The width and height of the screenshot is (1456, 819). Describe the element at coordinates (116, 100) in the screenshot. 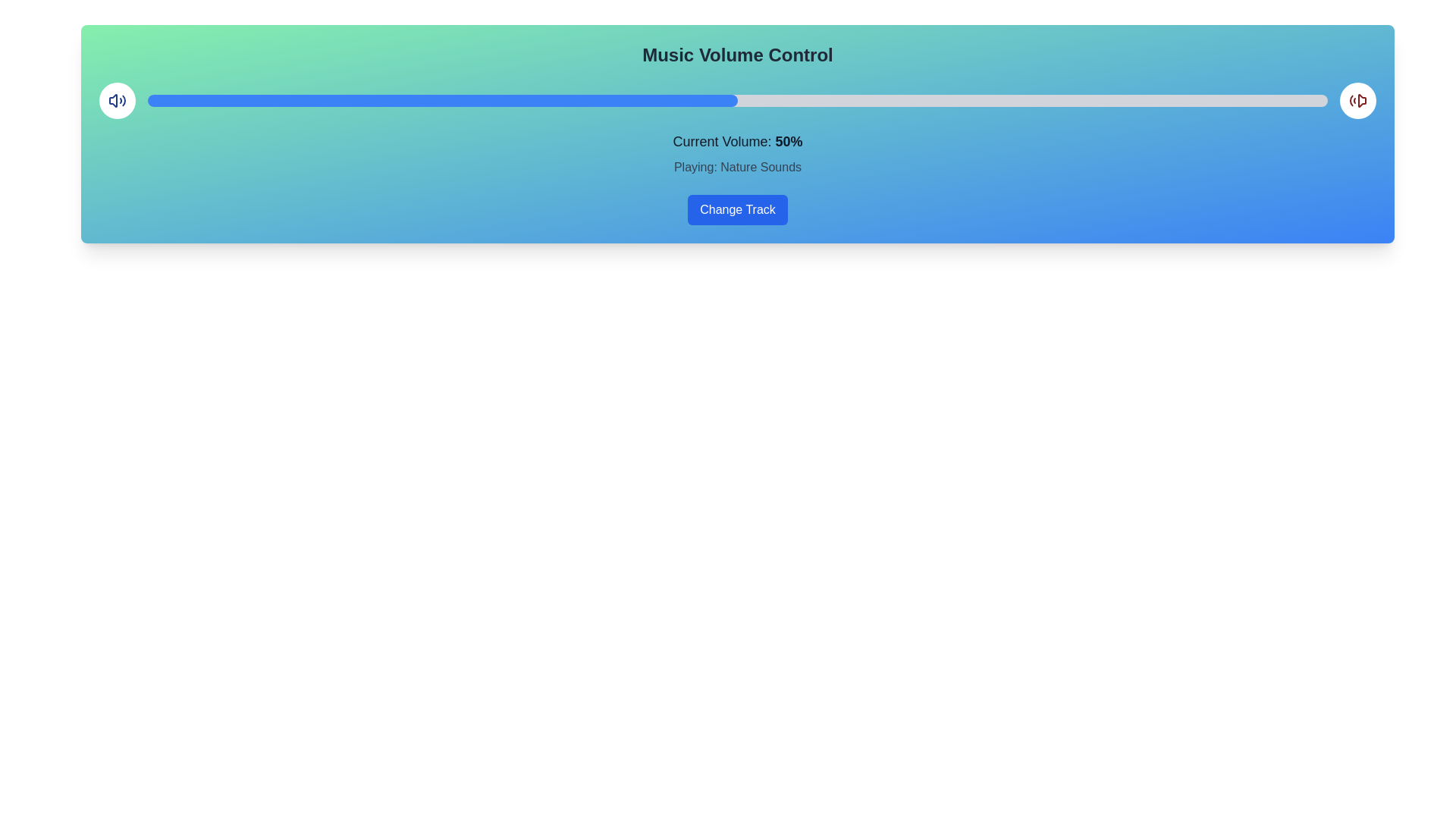

I see `the round white button with a blue speaker icon located in the top-left corner to adjust the sound level` at that location.